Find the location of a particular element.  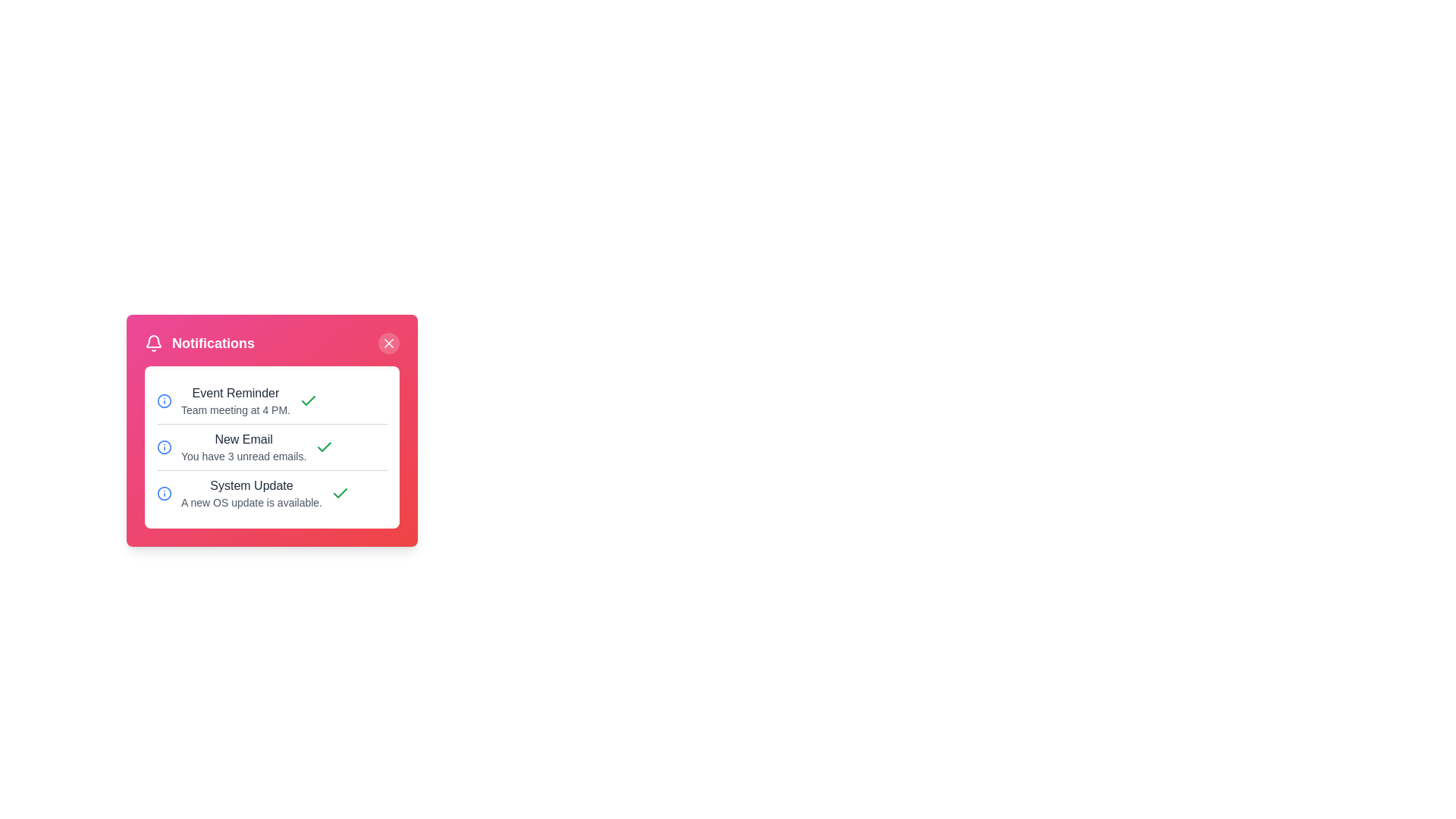

additional descriptive information text located in the bottom section of the 'System Update' notification card, aligned leftward and positioned below the bold heading and above the horizontal divider is located at coordinates (251, 503).